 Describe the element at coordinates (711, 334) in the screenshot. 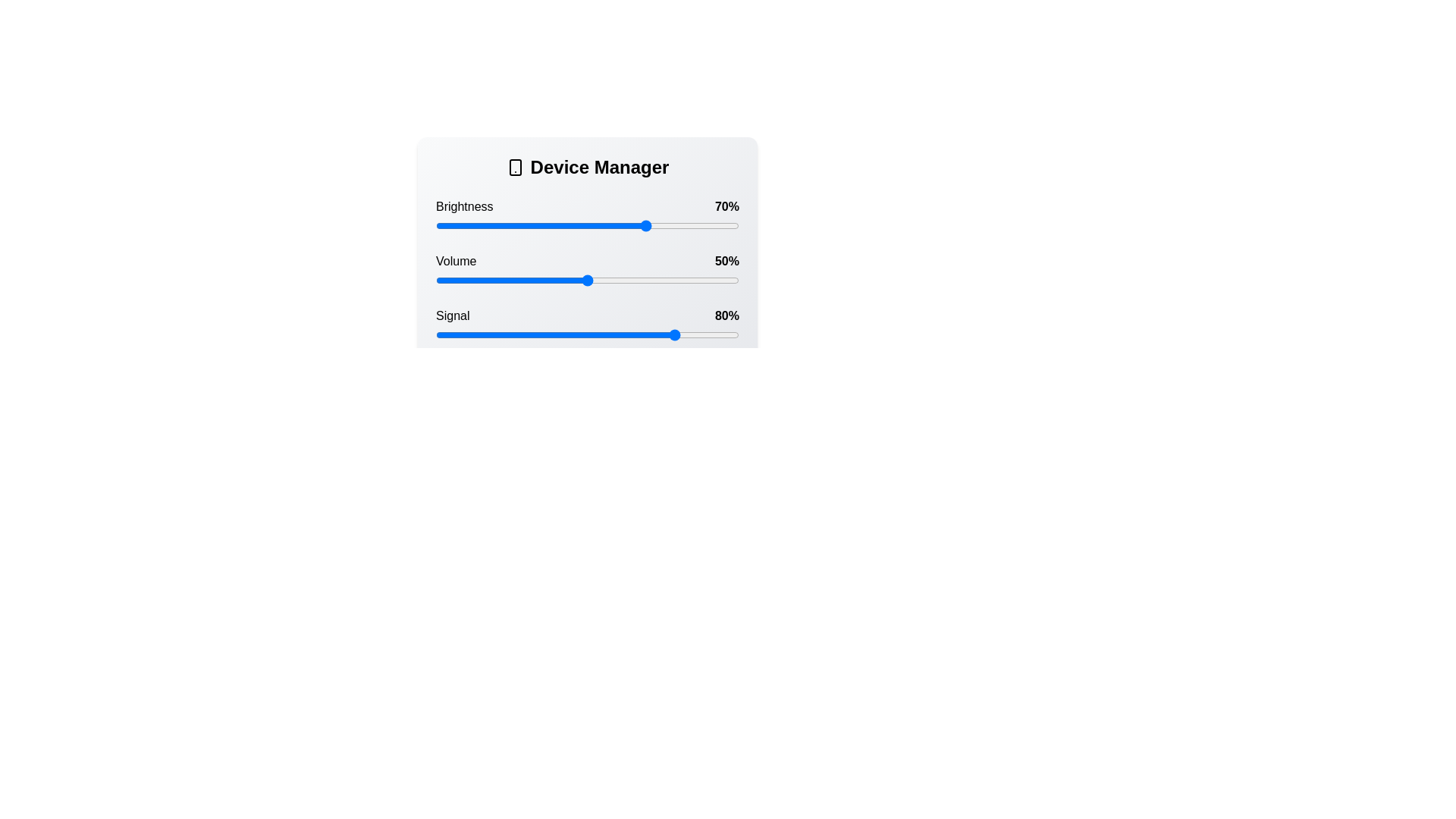

I see `the signal slider to 91%` at that location.